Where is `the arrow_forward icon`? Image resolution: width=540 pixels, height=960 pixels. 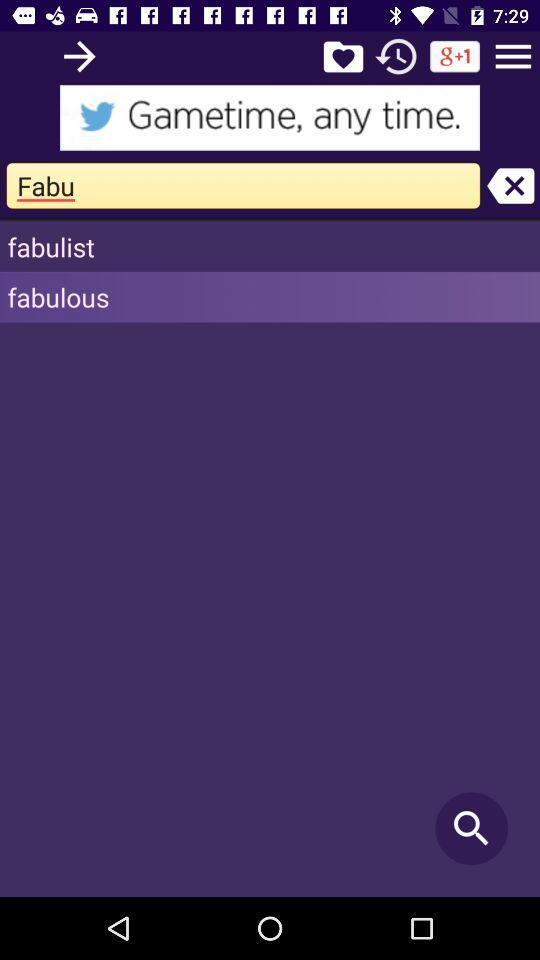 the arrow_forward icon is located at coordinates (78, 55).